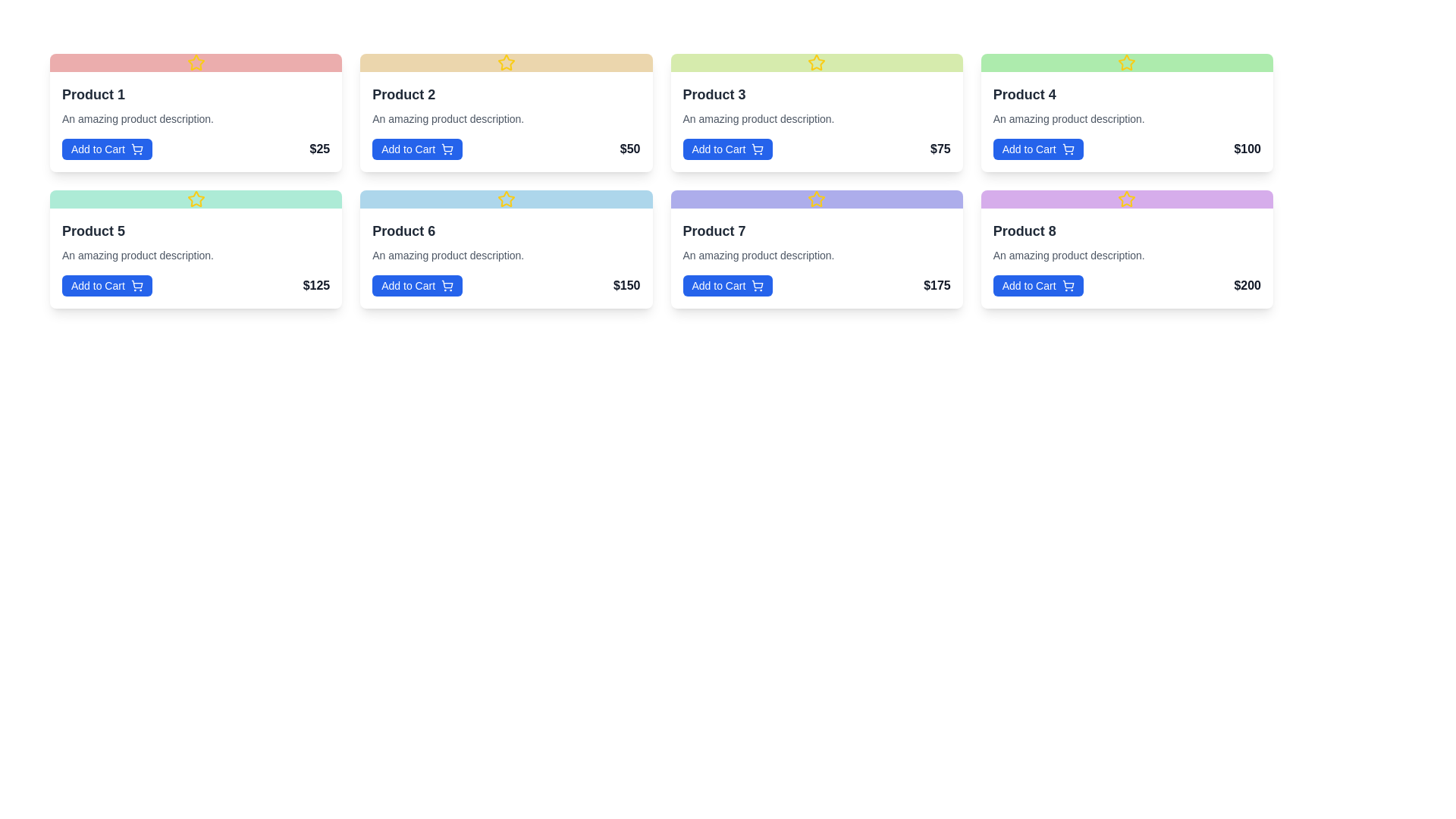 This screenshot has height=819, width=1456. Describe the element at coordinates (106, 286) in the screenshot. I see `the 'Add to Cart' button with a blue background and white text located in the bottom-left corner of the product card labeled 'Product 5'` at that location.